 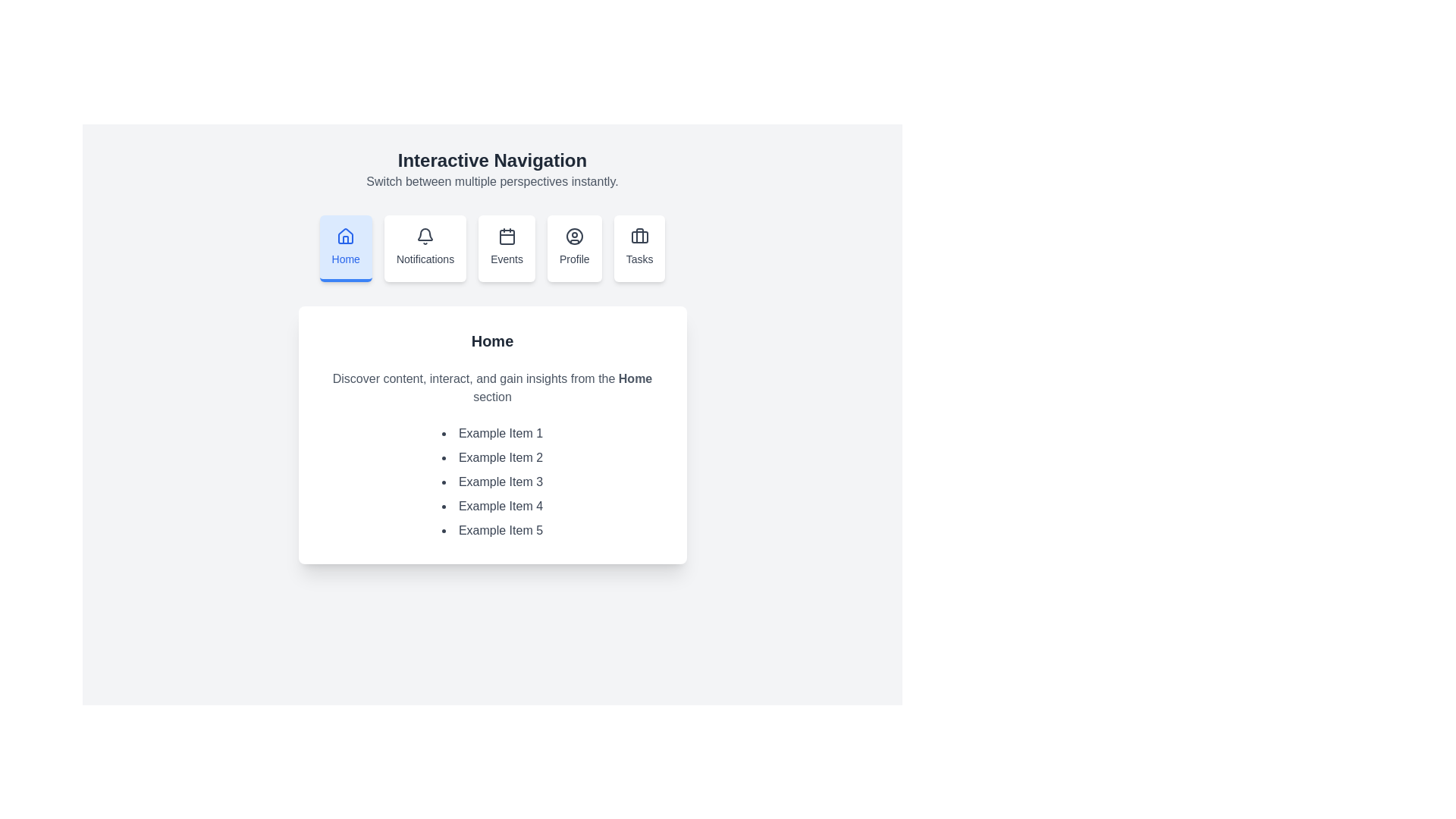 What do you see at coordinates (639, 247) in the screenshot?
I see `the 'Tasks' button, which is a rectangular card with rounded corners, featuring a suitcase icon and gray text centered below it, located in the navigation bar` at bounding box center [639, 247].